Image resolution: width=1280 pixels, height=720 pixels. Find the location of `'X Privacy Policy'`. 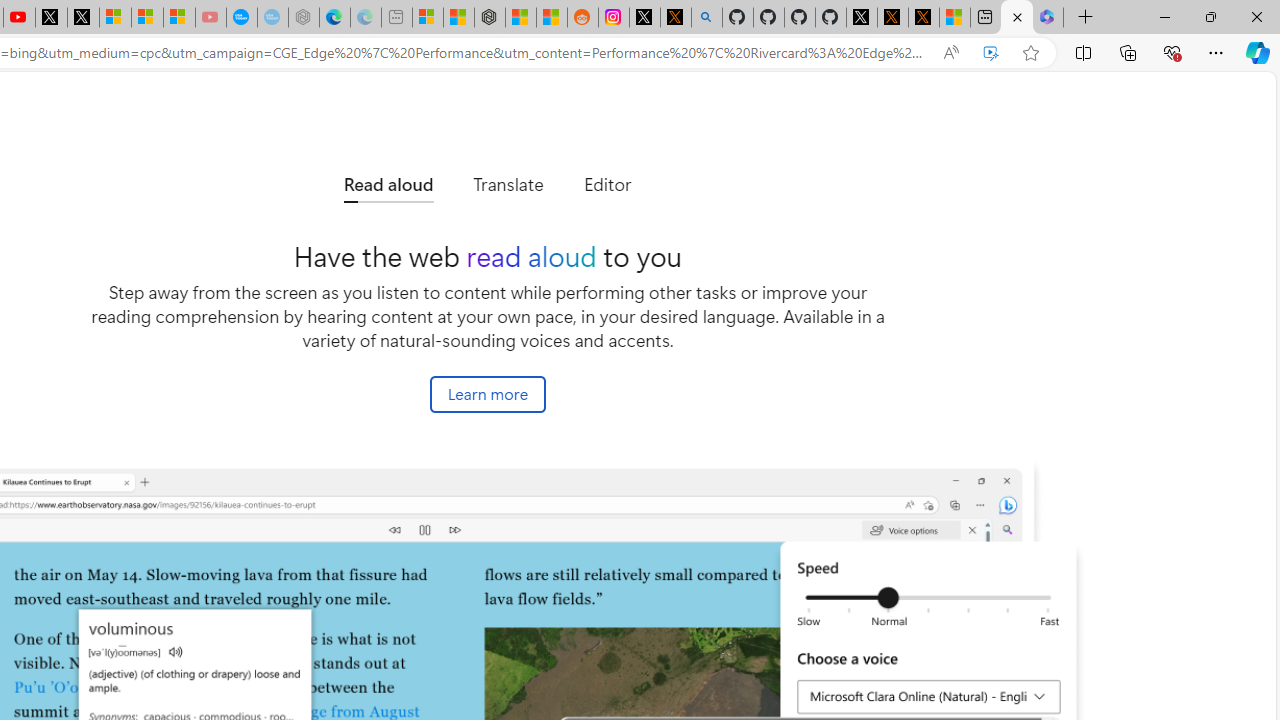

'X Privacy Policy' is located at coordinates (923, 17).